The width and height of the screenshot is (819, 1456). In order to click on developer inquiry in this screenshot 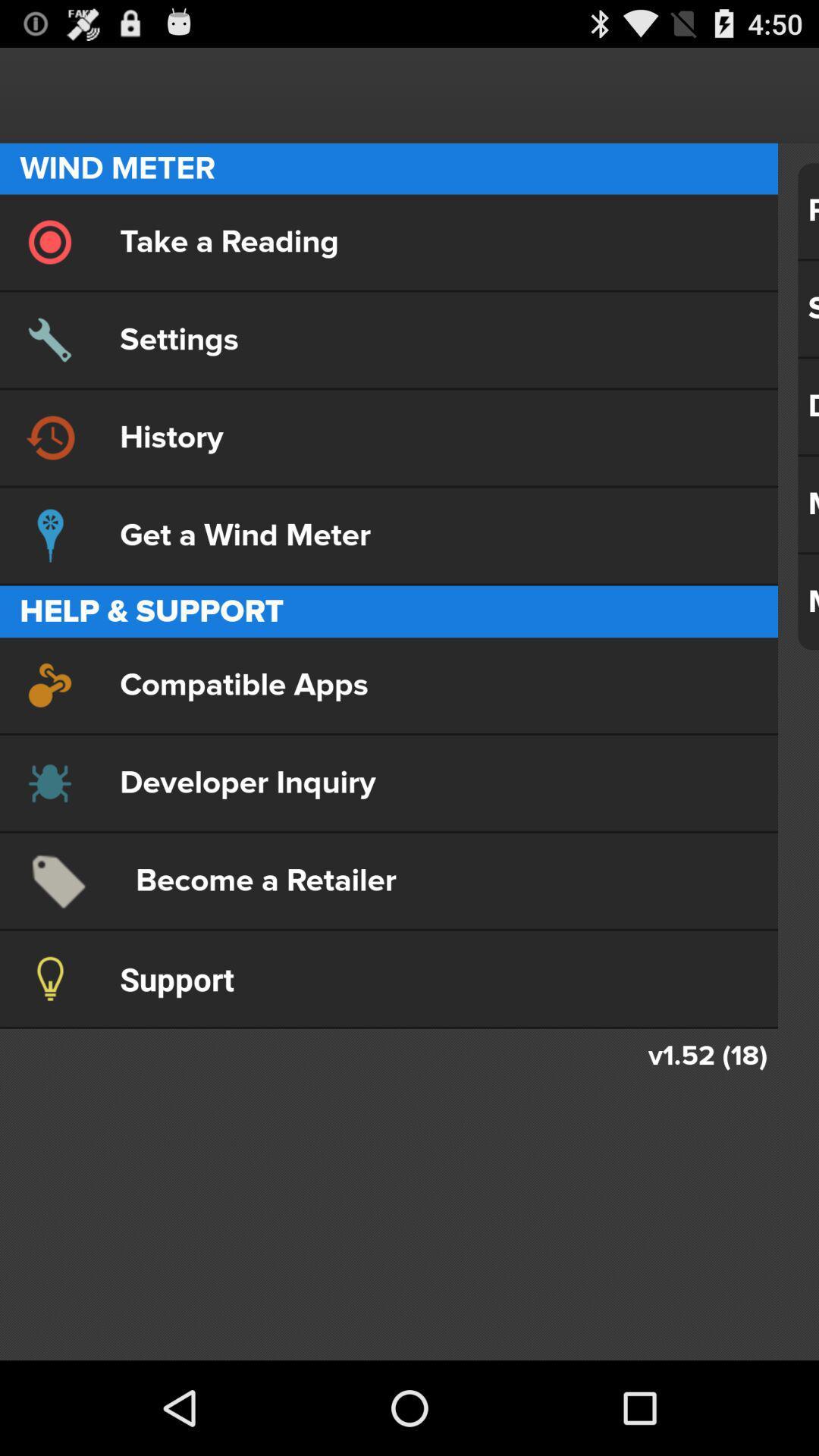, I will do `click(388, 783)`.